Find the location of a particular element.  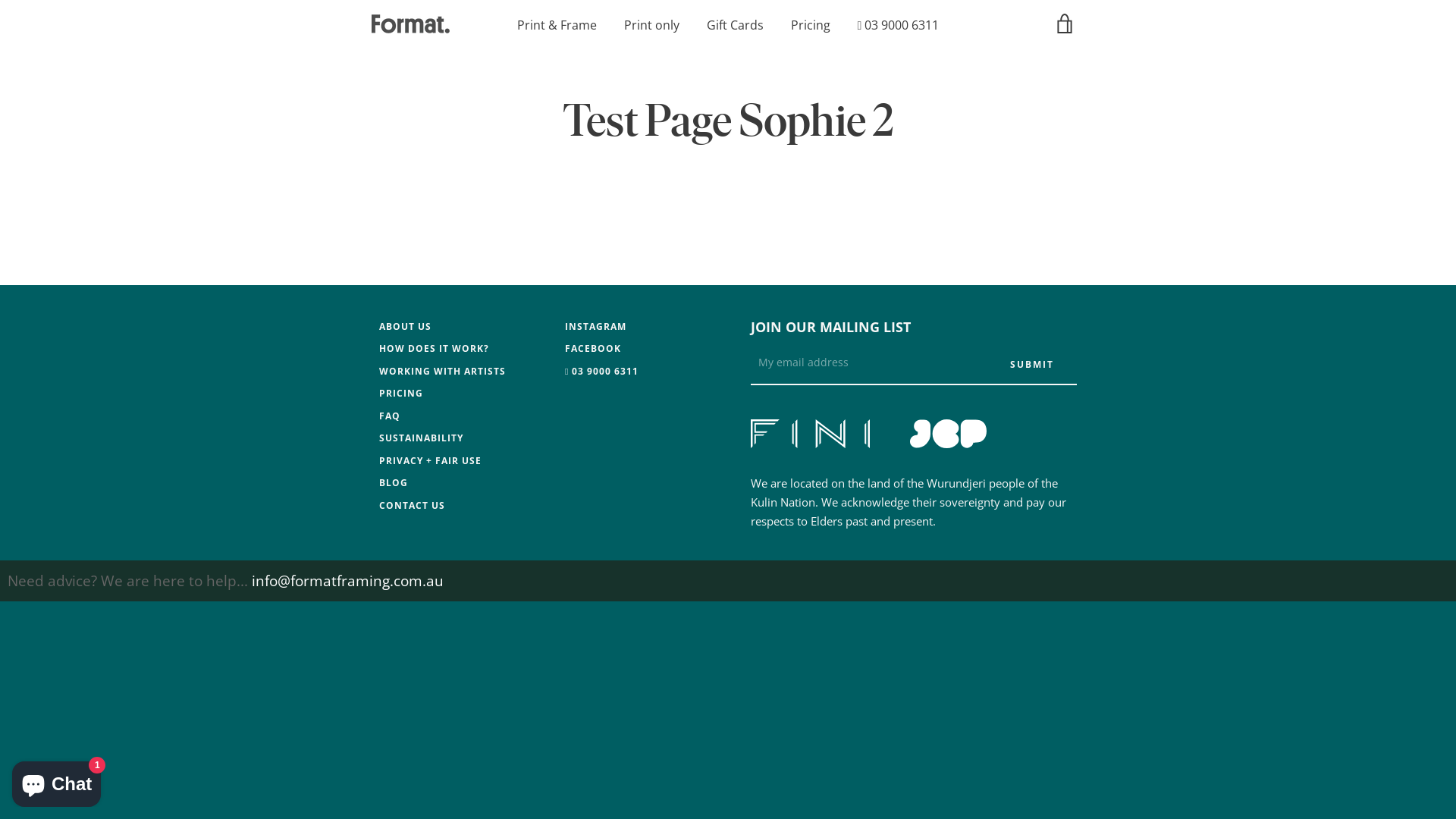

'Submit' is located at coordinates (987, 365).